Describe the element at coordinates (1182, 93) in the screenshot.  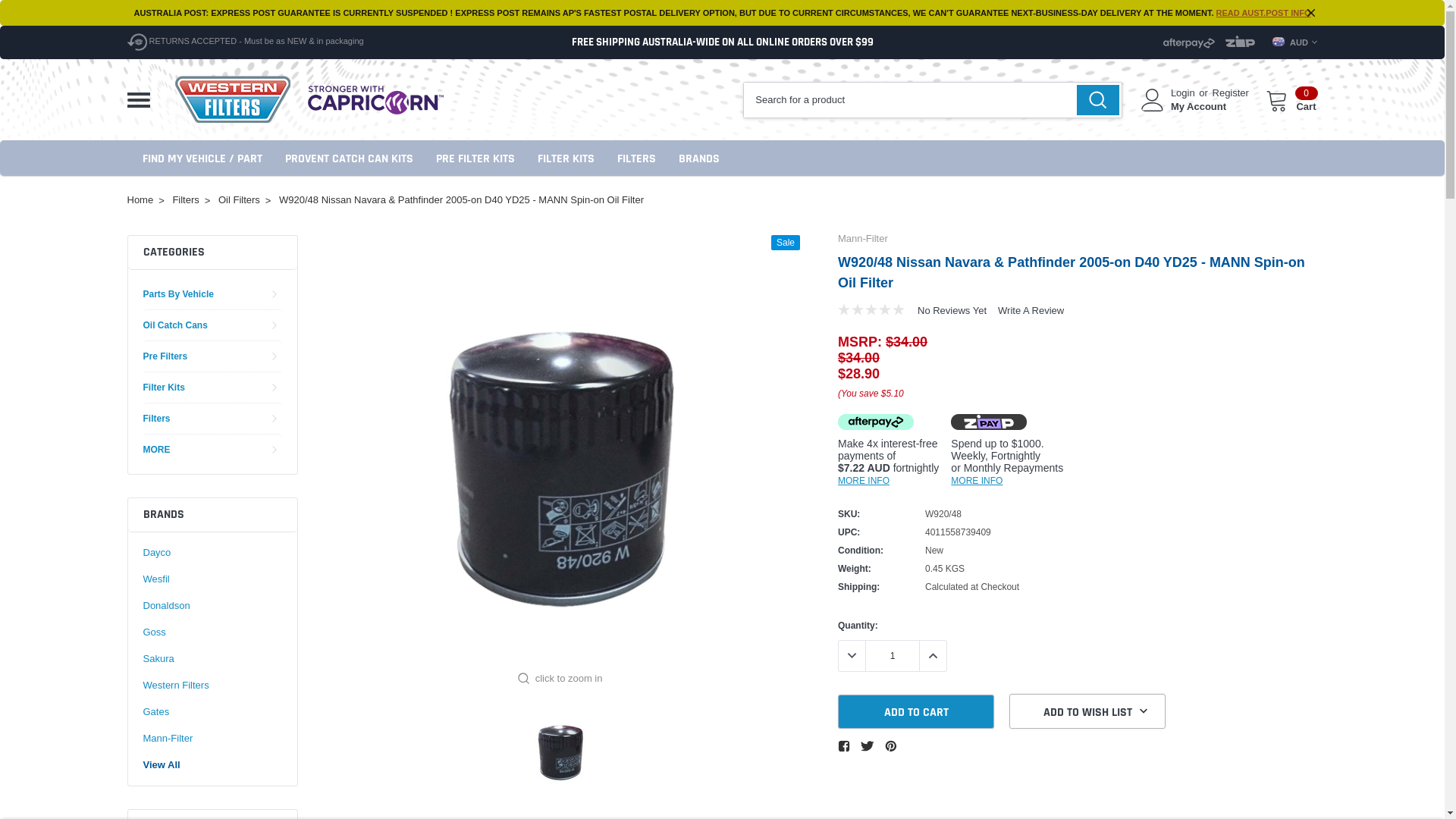
I see `'Login'` at that location.